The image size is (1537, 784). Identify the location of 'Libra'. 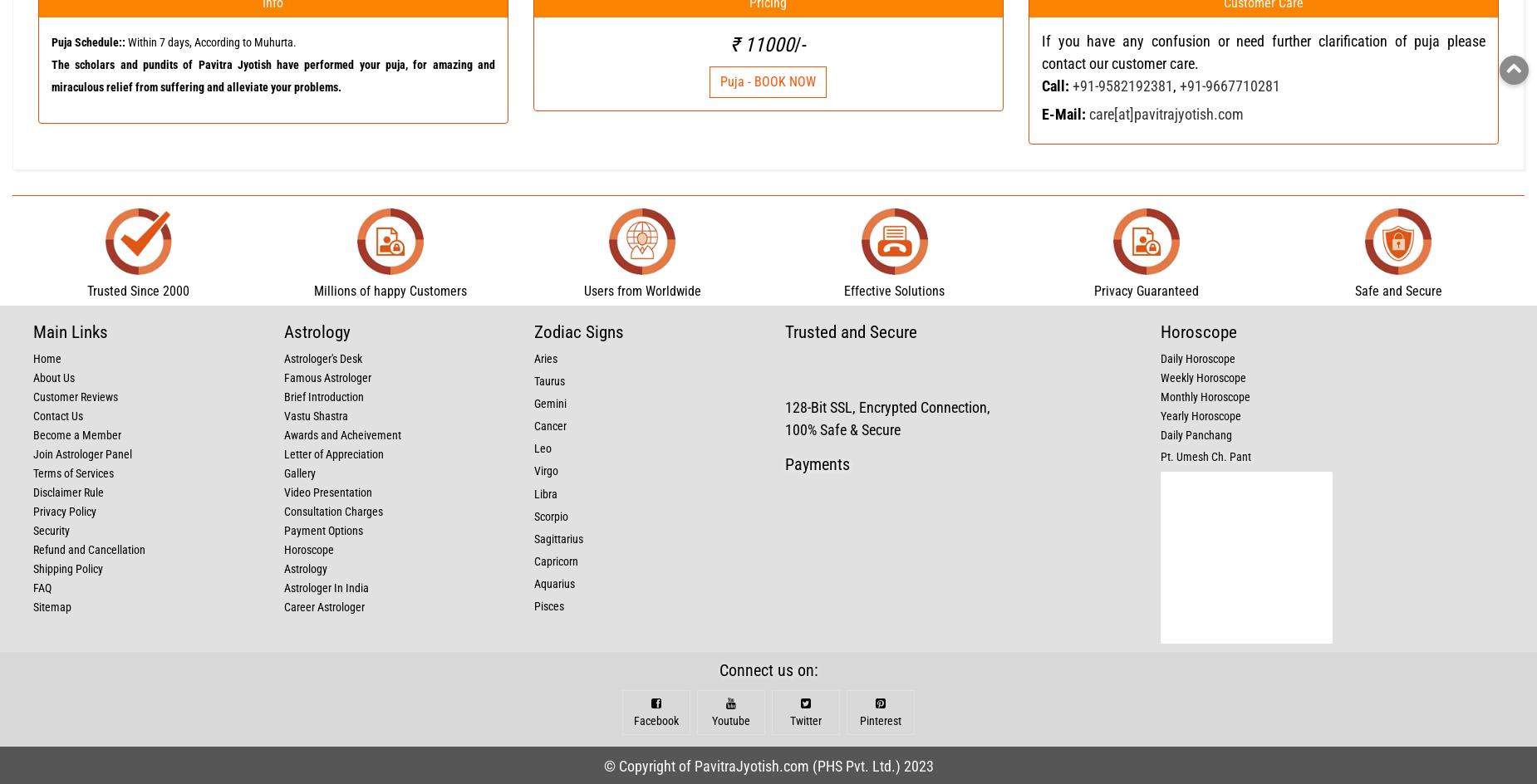
(534, 494).